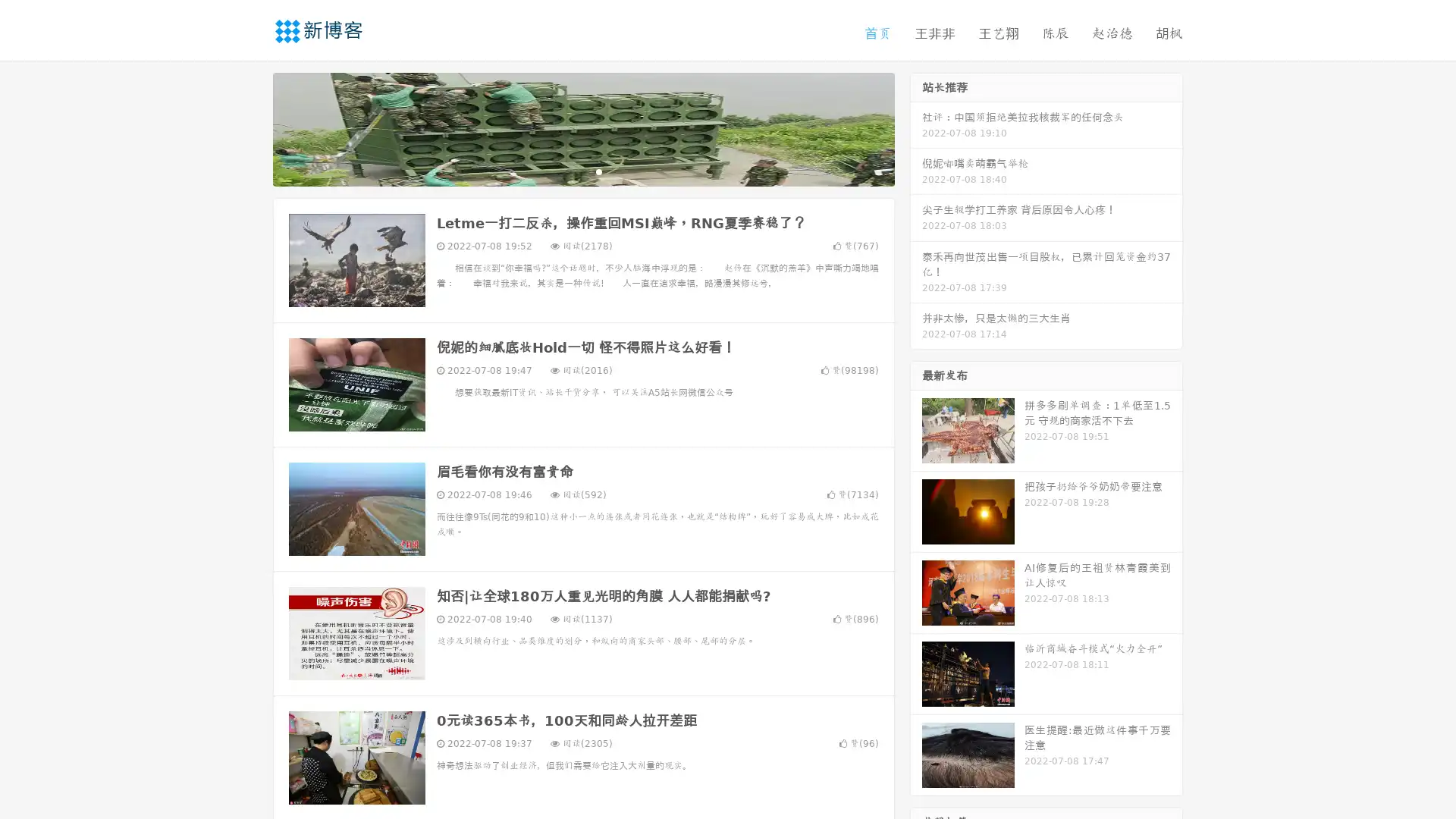 This screenshot has height=819, width=1456. Describe the element at coordinates (567, 171) in the screenshot. I see `Go to slide 1` at that location.